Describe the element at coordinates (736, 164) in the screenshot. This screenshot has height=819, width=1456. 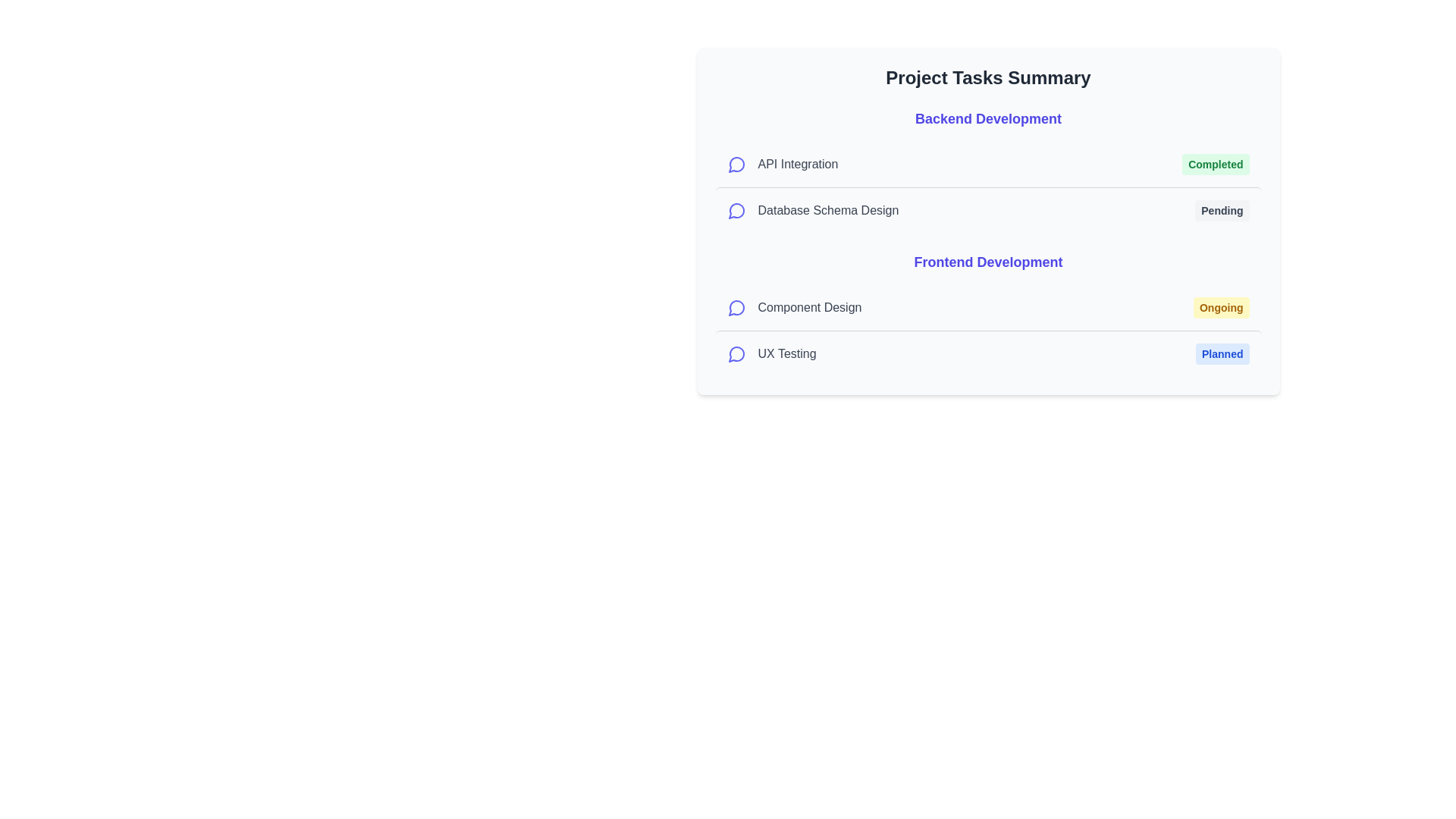
I see `the chat icon located within the 'API Integration' group, which visually represents communication capabilities` at that location.